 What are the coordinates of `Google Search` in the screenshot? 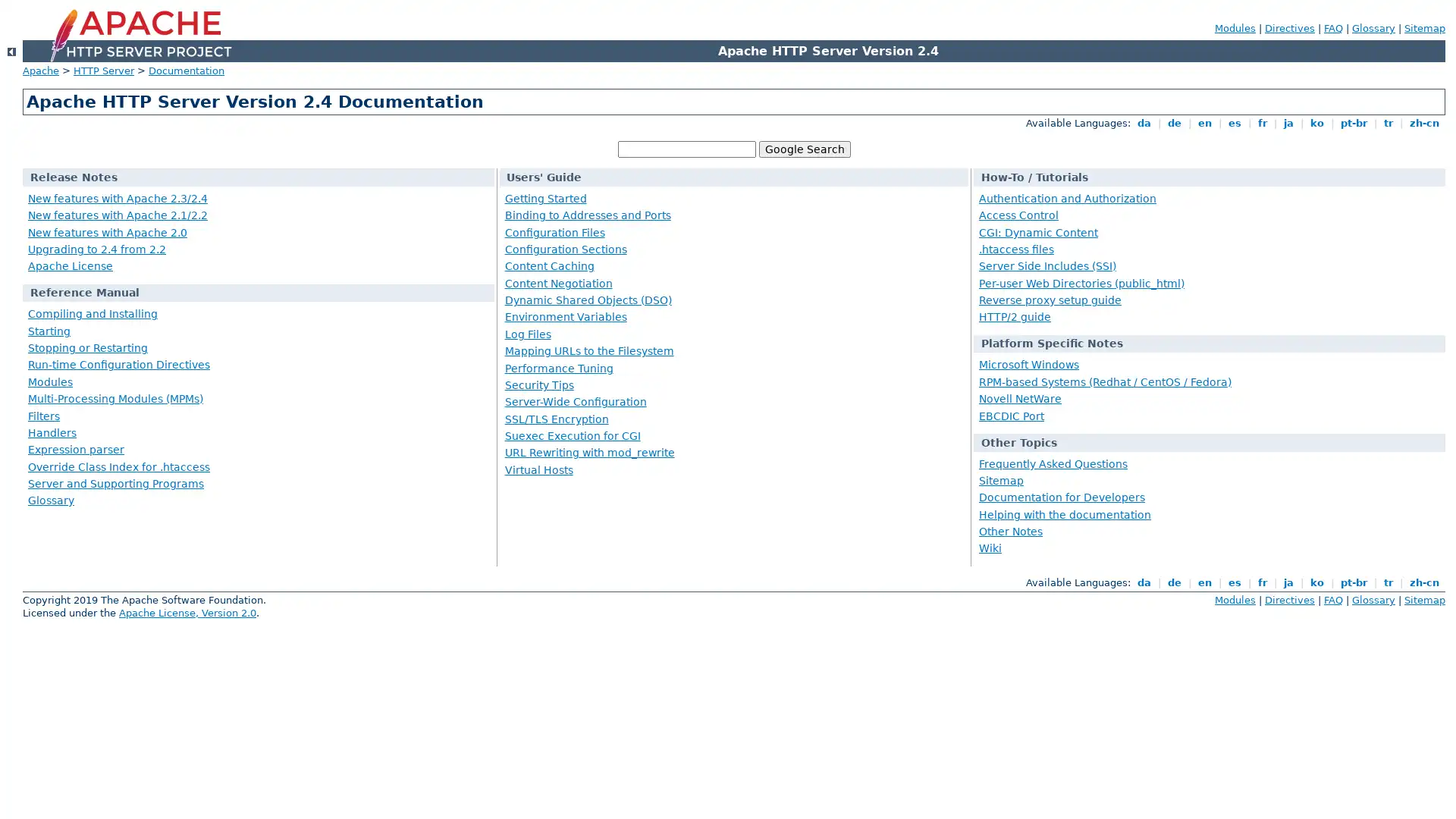 It's located at (803, 149).